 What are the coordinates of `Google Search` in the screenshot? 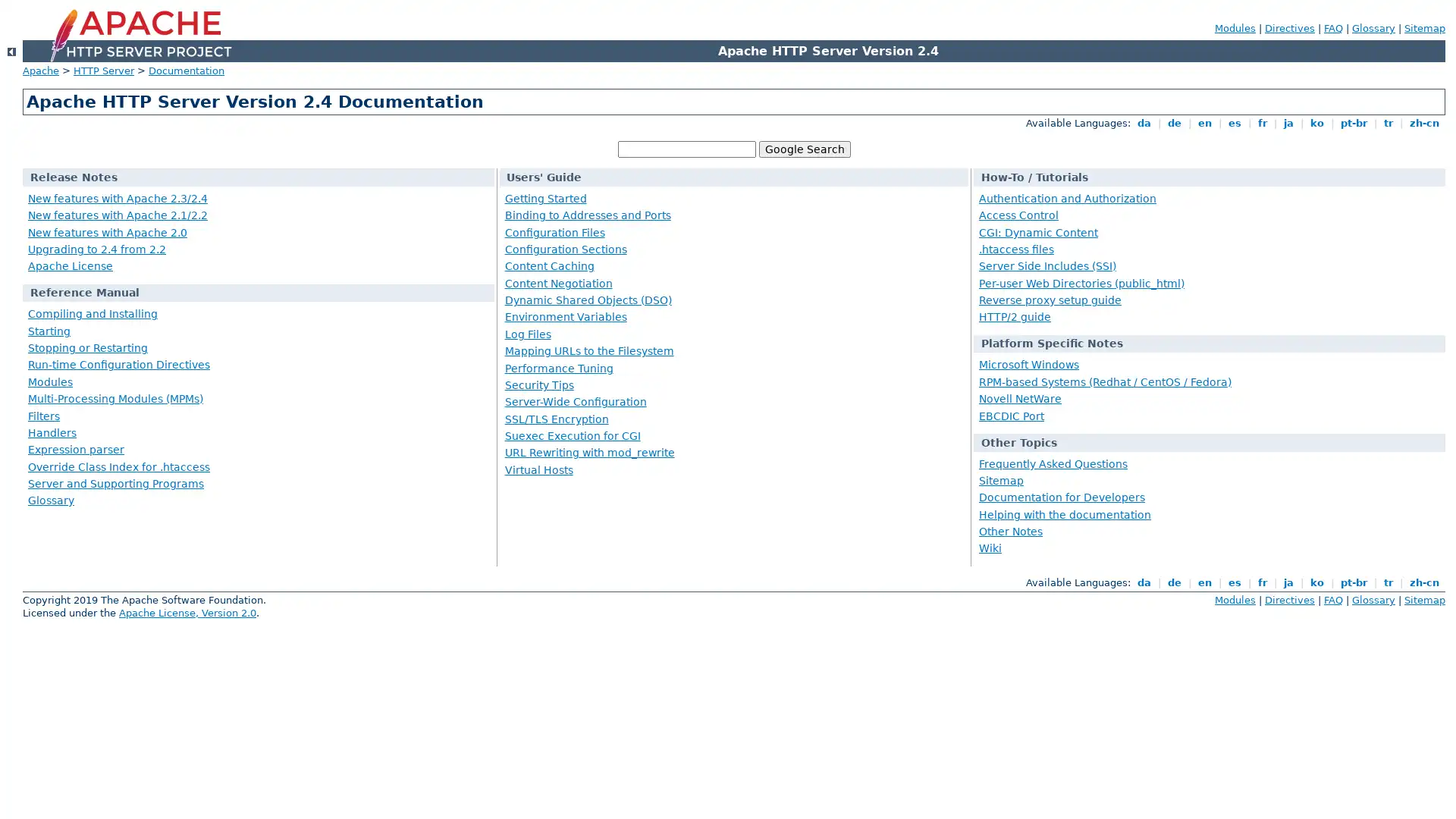 It's located at (803, 149).